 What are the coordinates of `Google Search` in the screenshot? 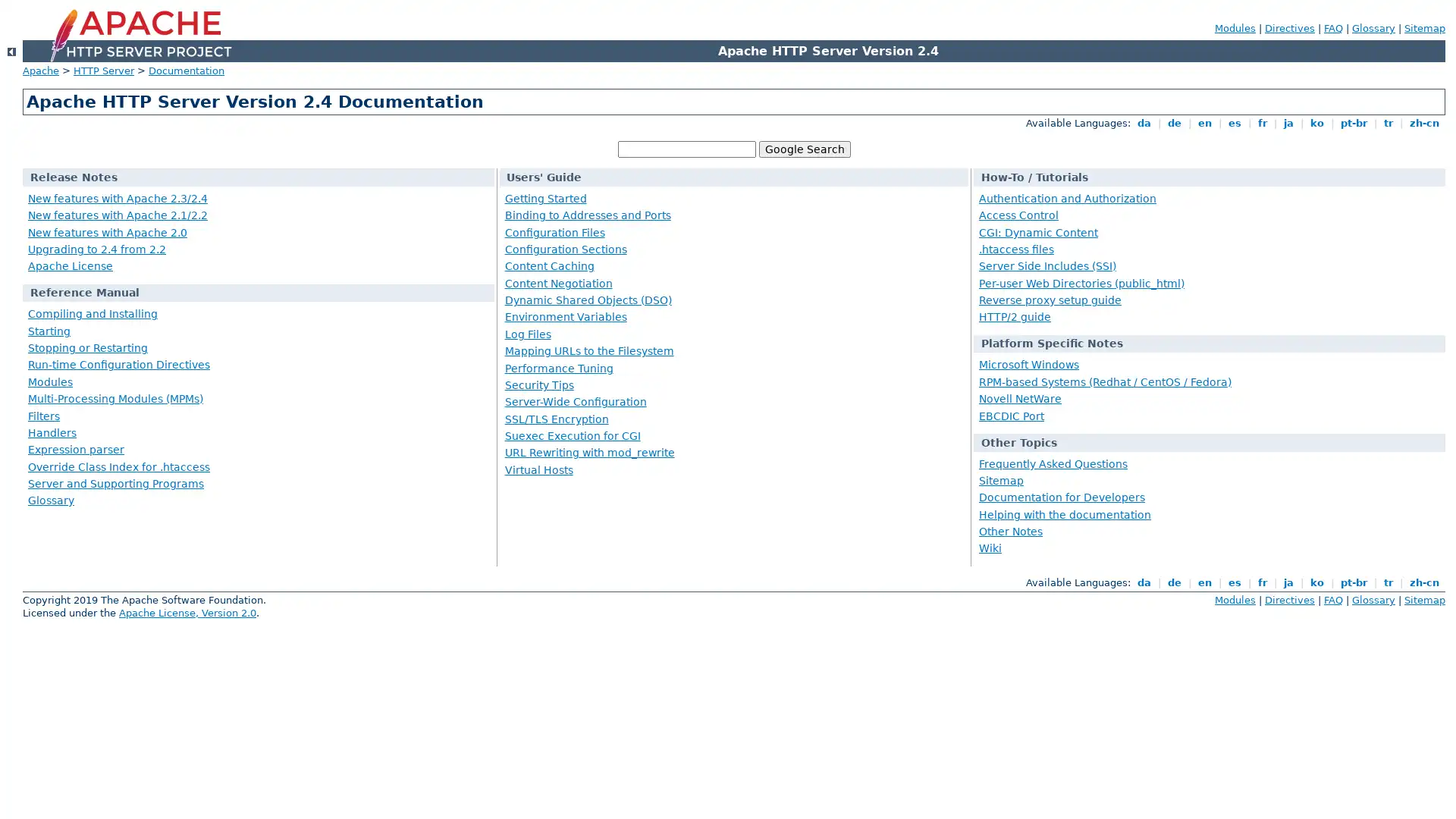 It's located at (803, 149).